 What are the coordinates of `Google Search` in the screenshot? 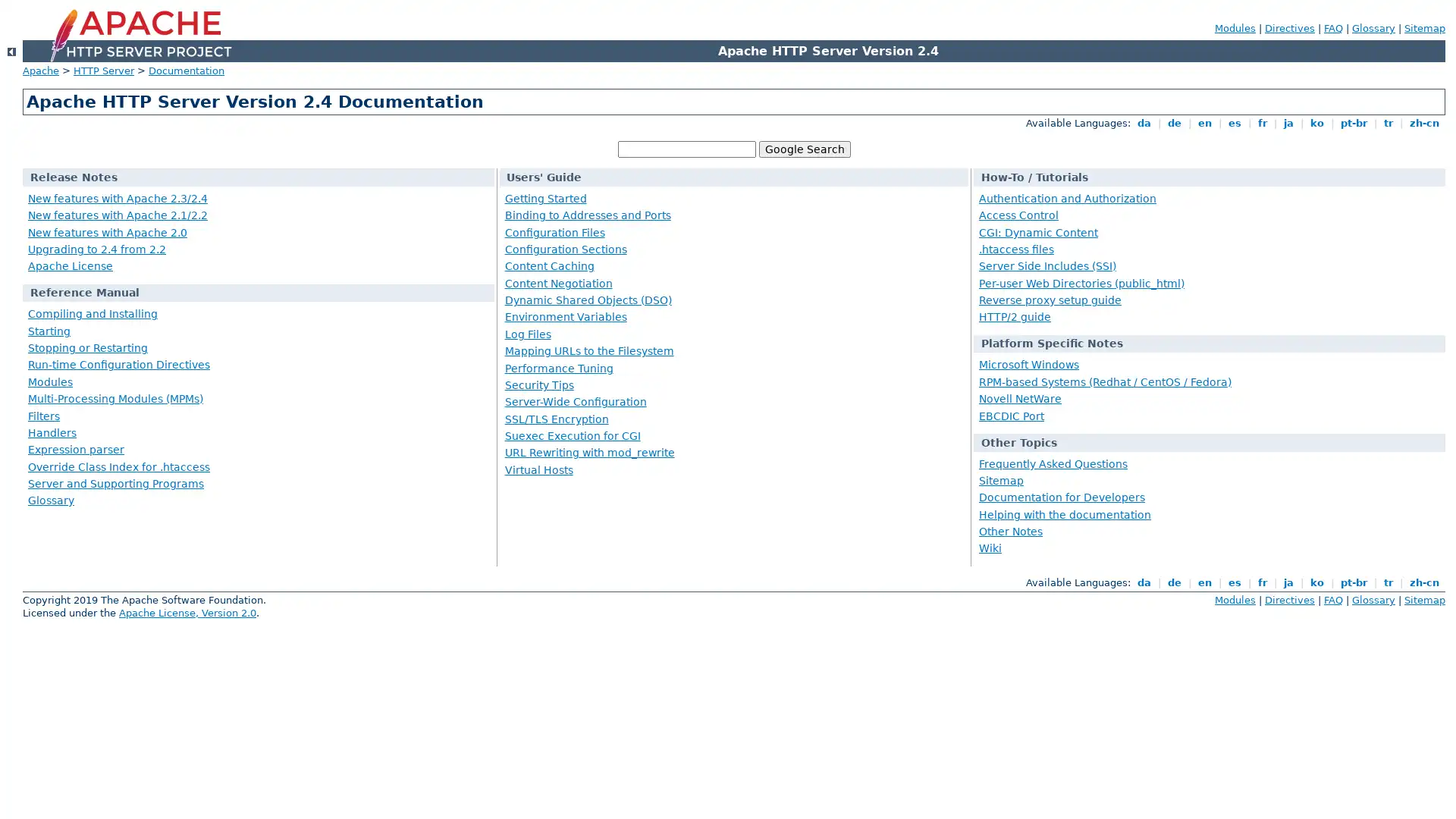 It's located at (803, 149).